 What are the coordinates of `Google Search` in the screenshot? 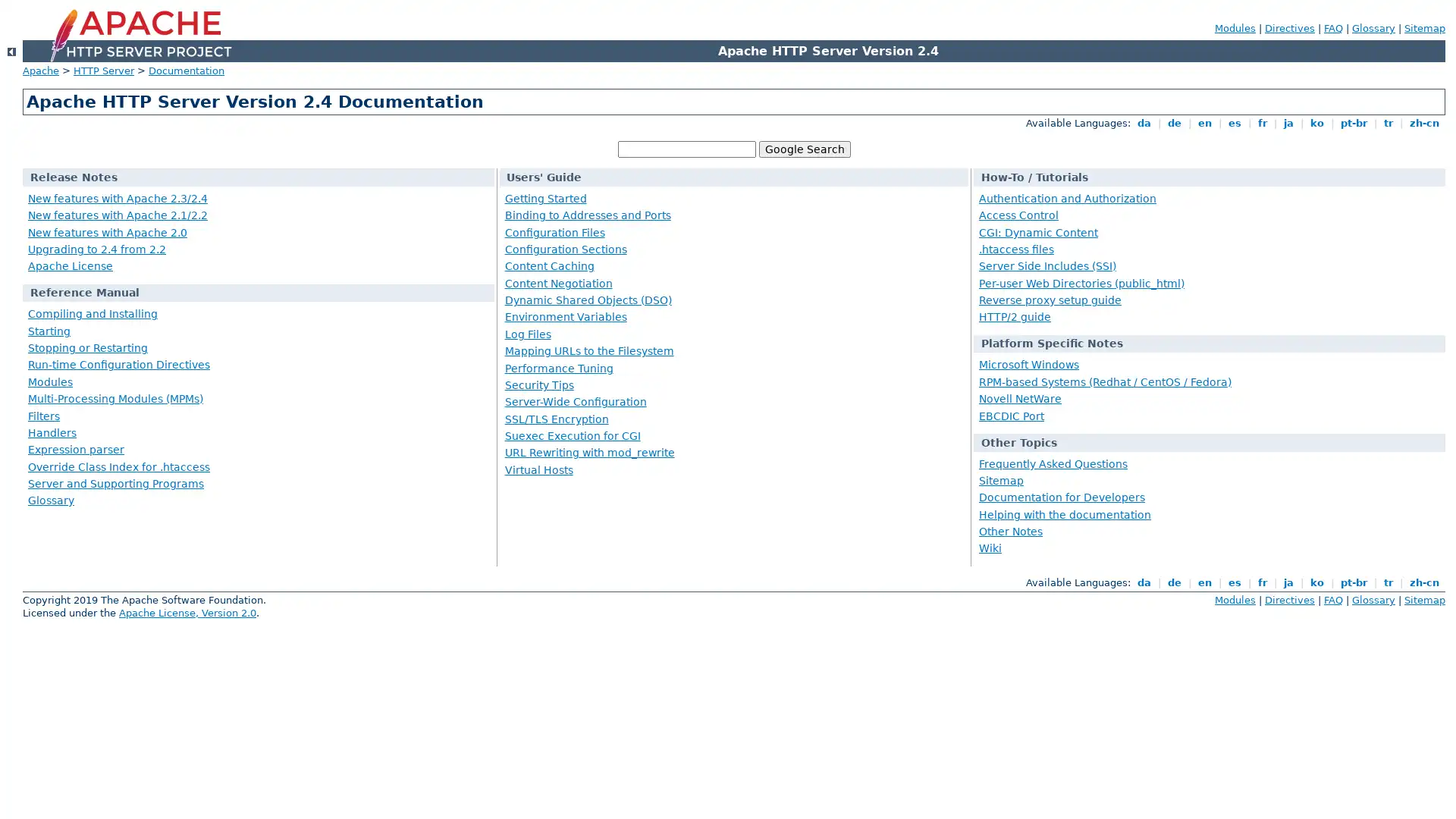 It's located at (803, 149).